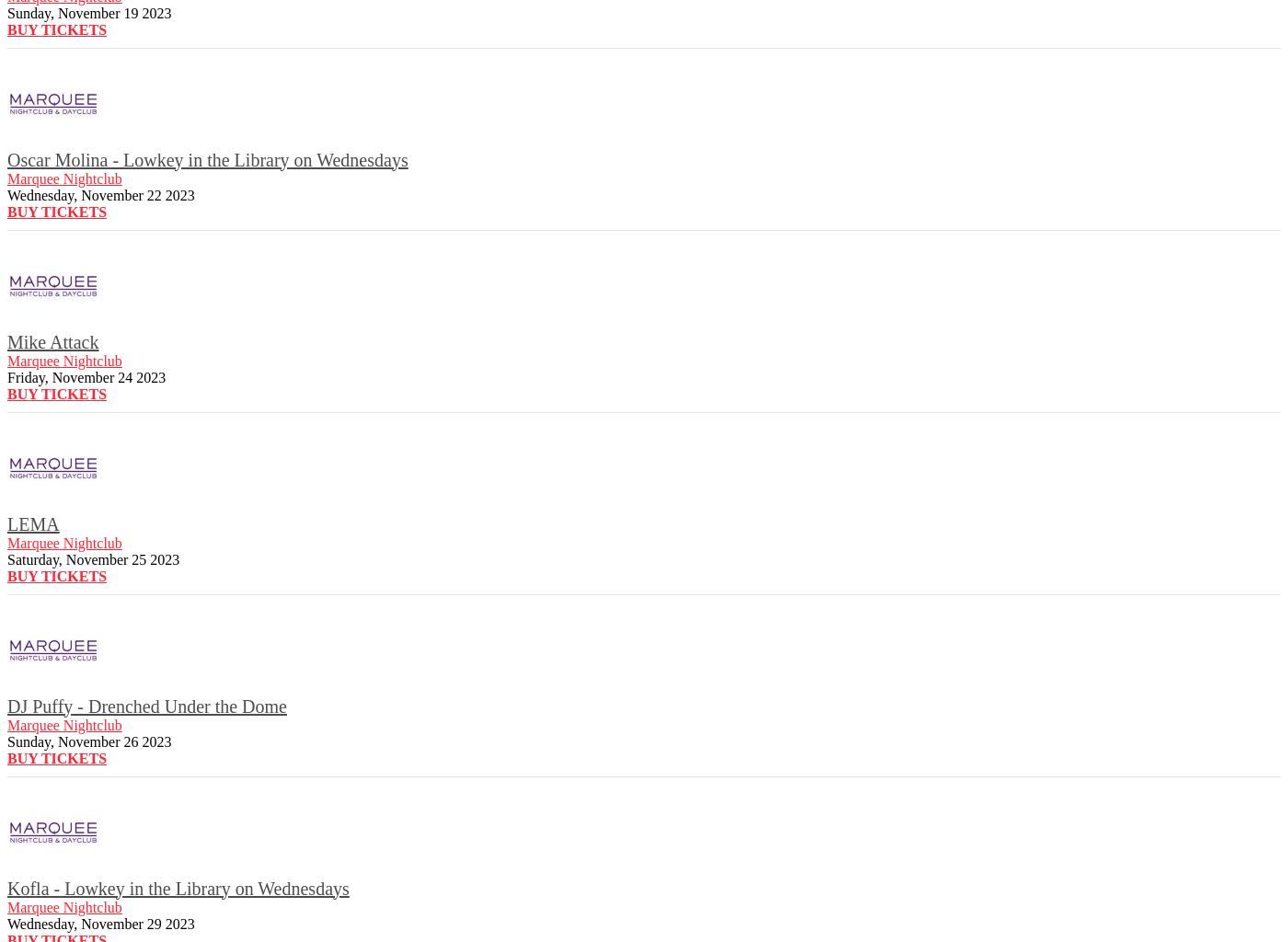  I want to click on 'Wednesday, November 29 2023', so click(100, 922).